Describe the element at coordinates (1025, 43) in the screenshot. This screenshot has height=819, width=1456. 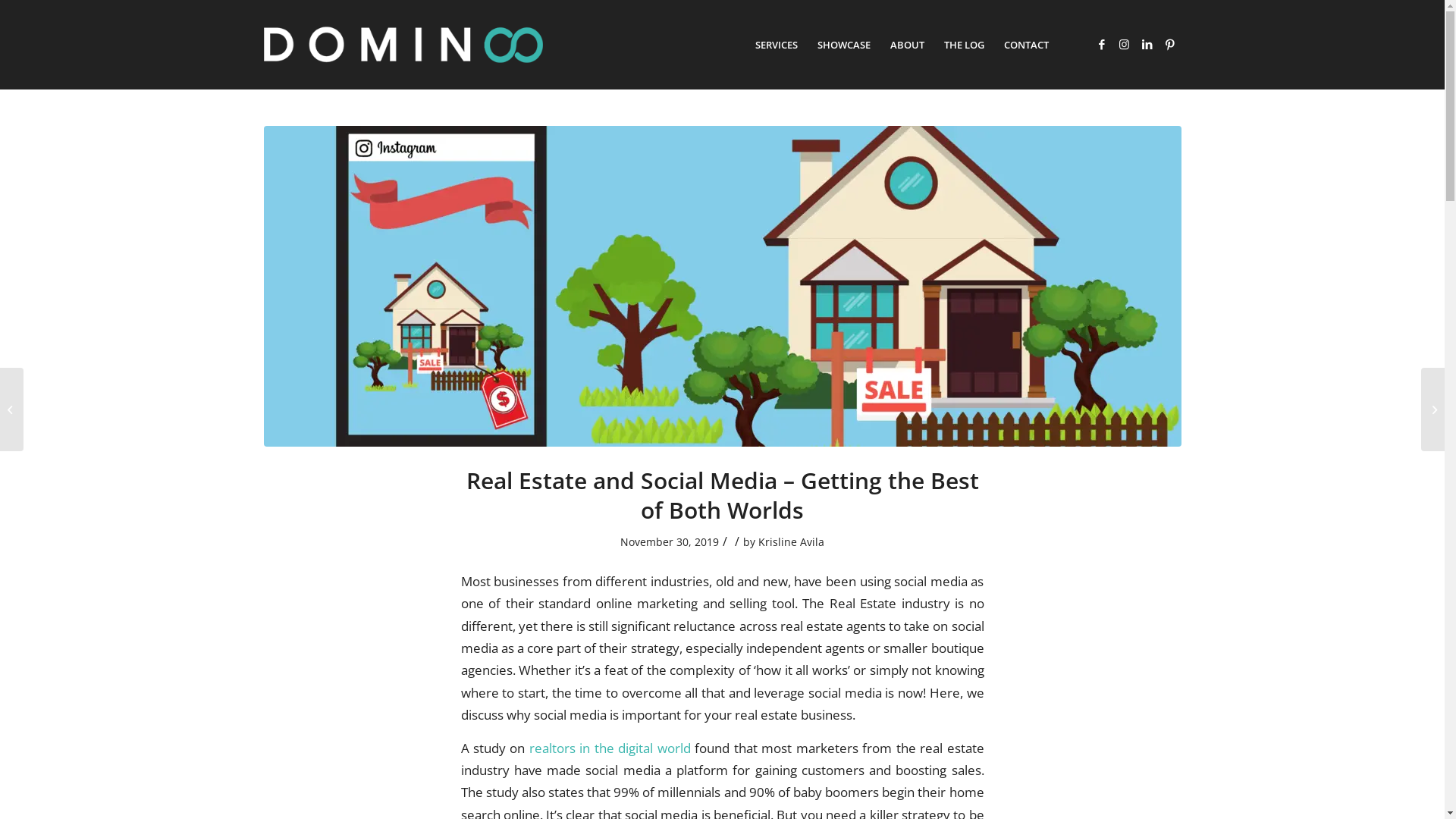
I see `'CONTACT'` at that location.